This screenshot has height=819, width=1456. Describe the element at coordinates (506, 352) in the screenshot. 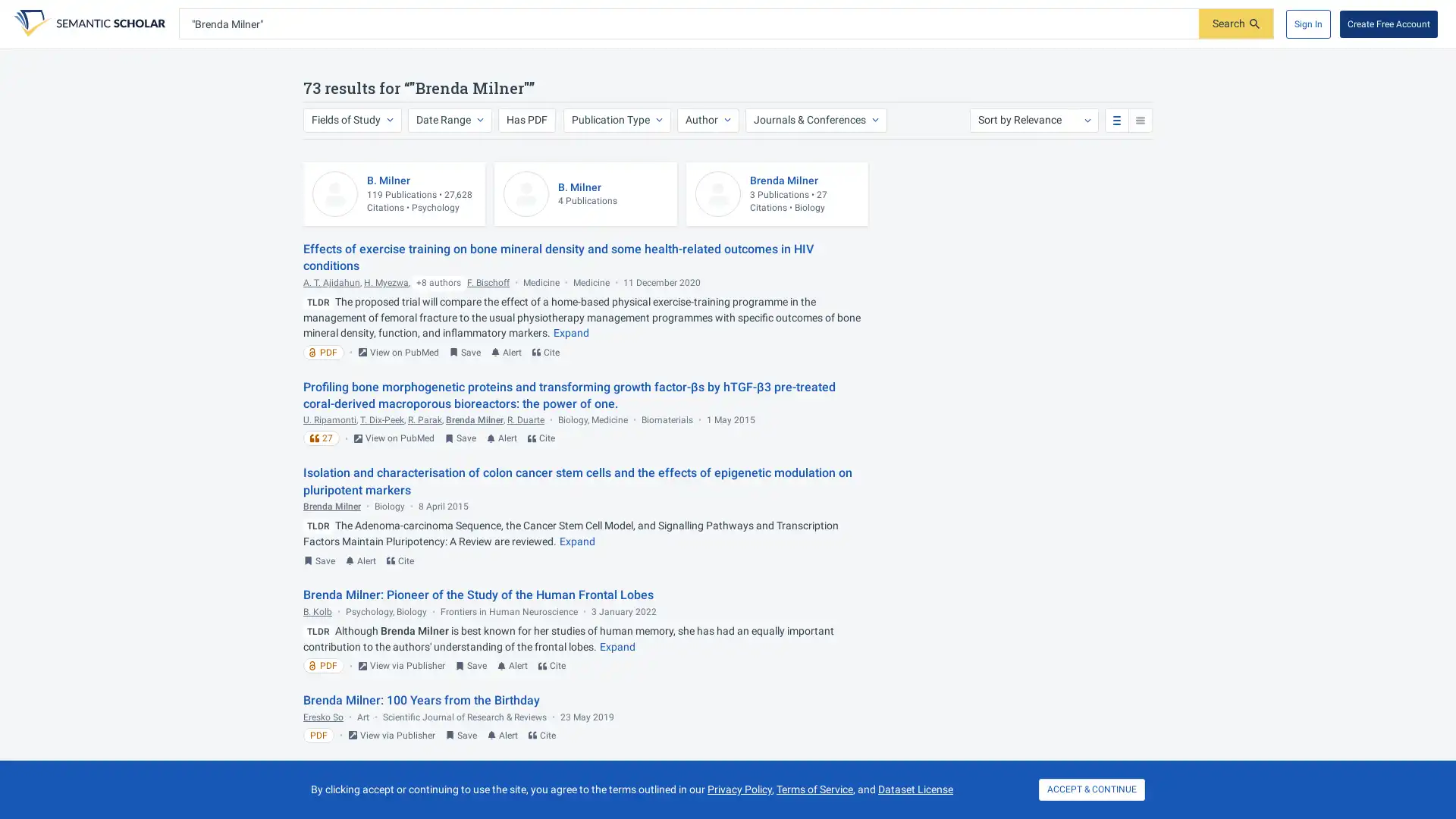

I see `Turn on email alert for this paper` at that location.